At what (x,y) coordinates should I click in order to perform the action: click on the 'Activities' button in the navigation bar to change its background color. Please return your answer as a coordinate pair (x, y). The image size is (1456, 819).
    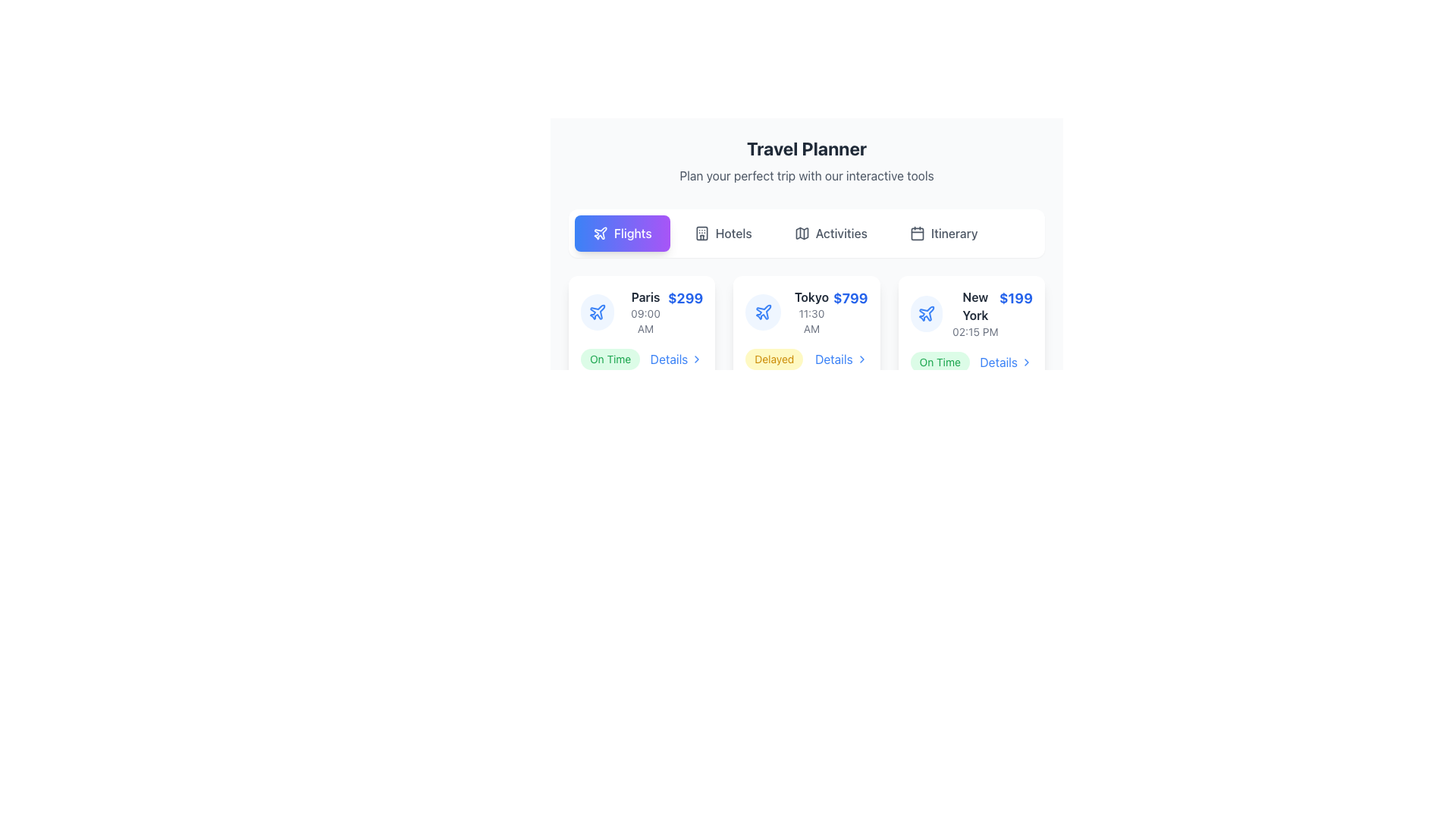
    Looking at the image, I should click on (830, 234).